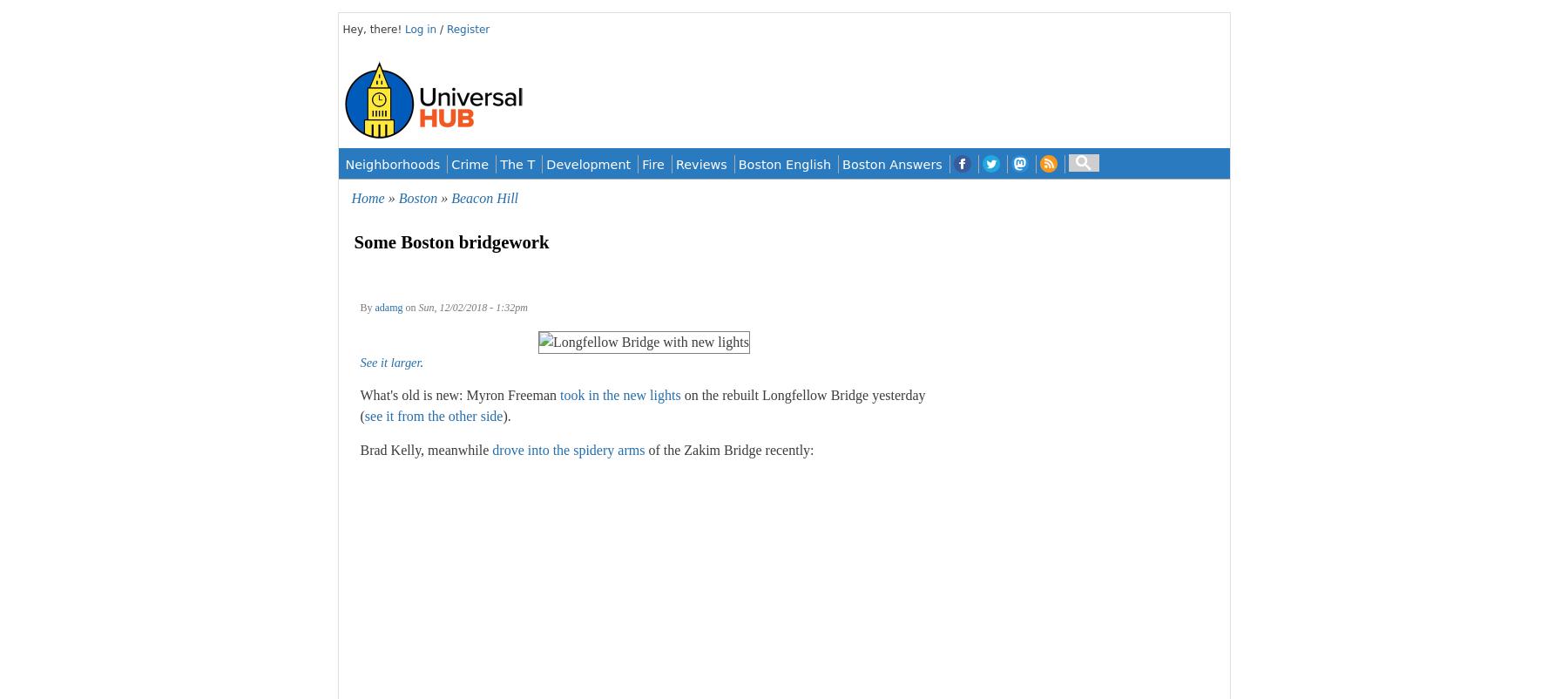 Image resolution: width=1568 pixels, height=699 pixels. Describe the element at coordinates (421, 362) in the screenshot. I see `'.'` at that location.